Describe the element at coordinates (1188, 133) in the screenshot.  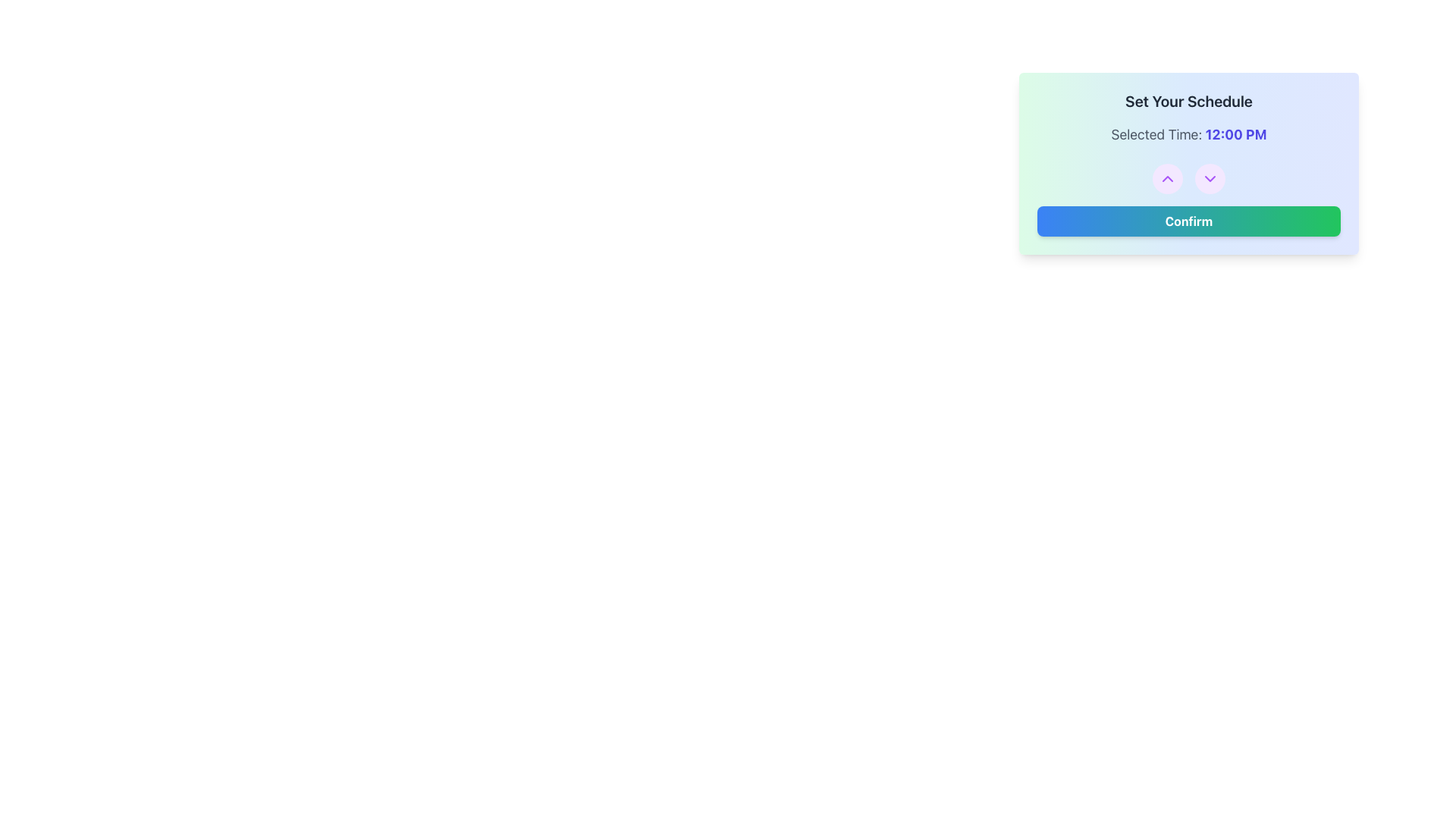
I see `the static text label displaying 'Selected Time: 12:00 PM', which is centrally aligned and styled with light gray and bold indigo colors, located below the heading 'Set Your Schedule'` at that location.